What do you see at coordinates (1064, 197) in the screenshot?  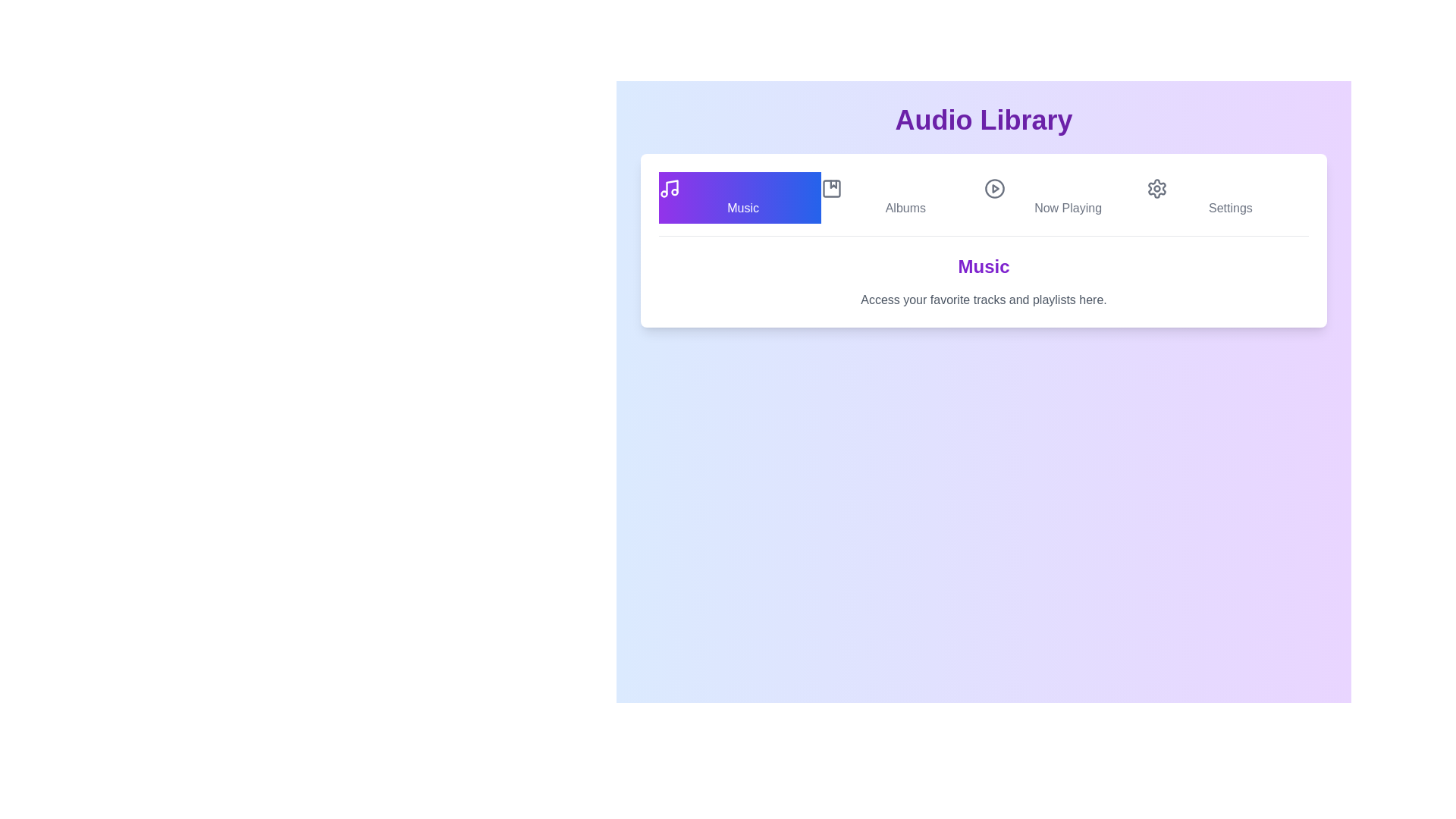 I see `the 'Now Playing' button in the top navigation area` at bounding box center [1064, 197].